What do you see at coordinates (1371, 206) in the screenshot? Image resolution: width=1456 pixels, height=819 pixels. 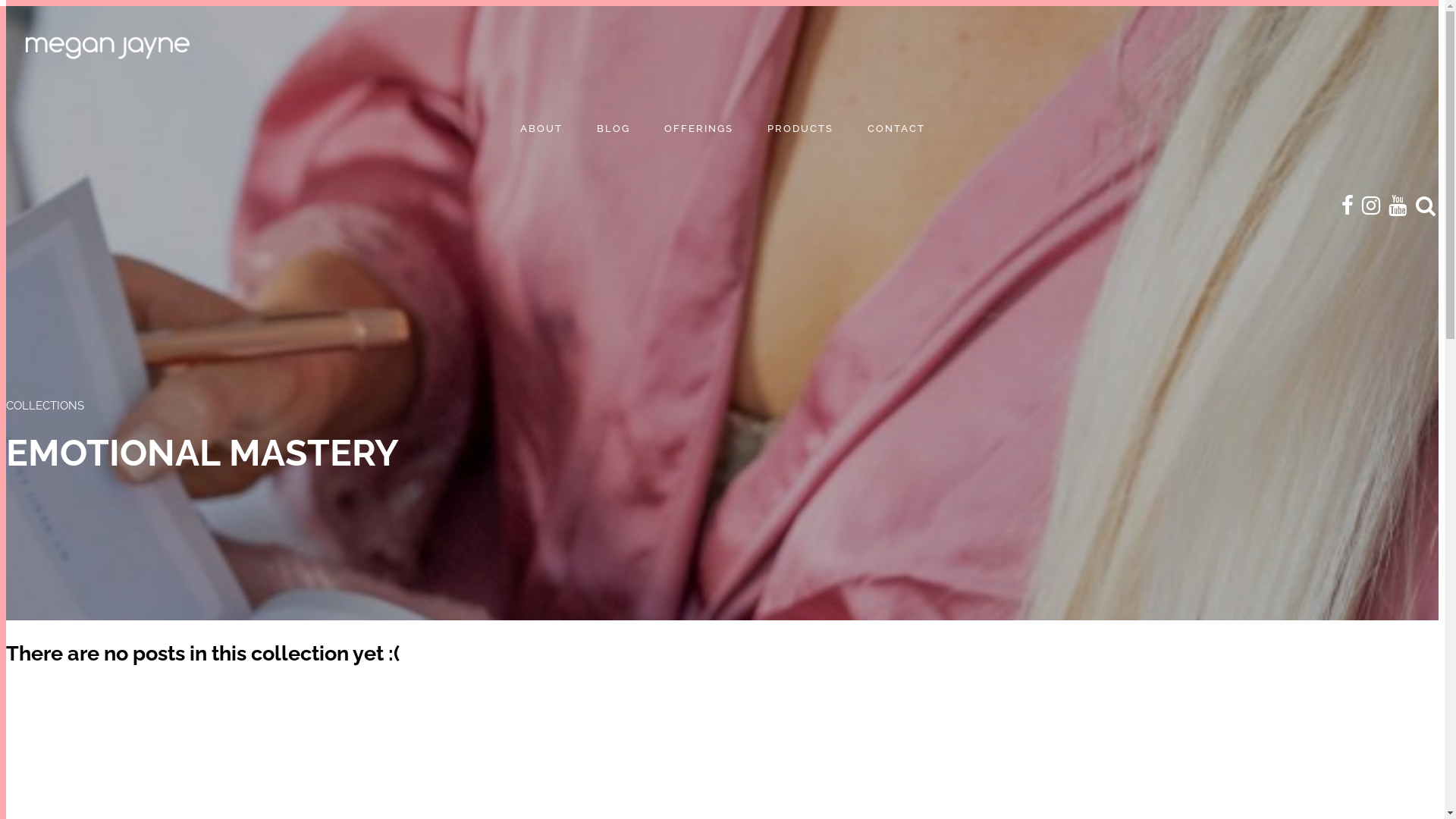 I see `'Megan Jayne Instagram'` at bounding box center [1371, 206].